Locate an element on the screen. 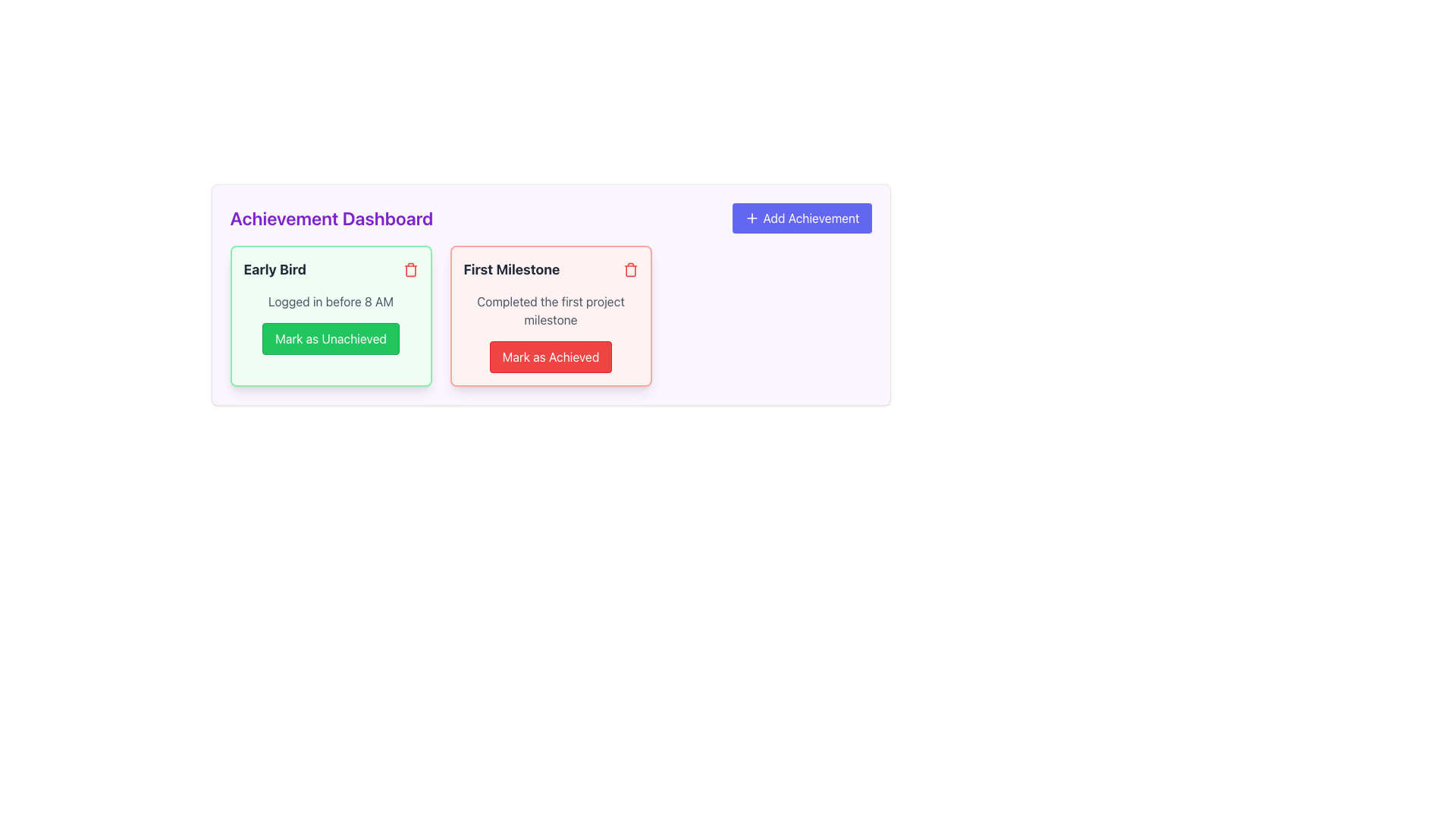  the small red trash can icon button located to the right of the title 'First Milestone' is located at coordinates (630, 268).